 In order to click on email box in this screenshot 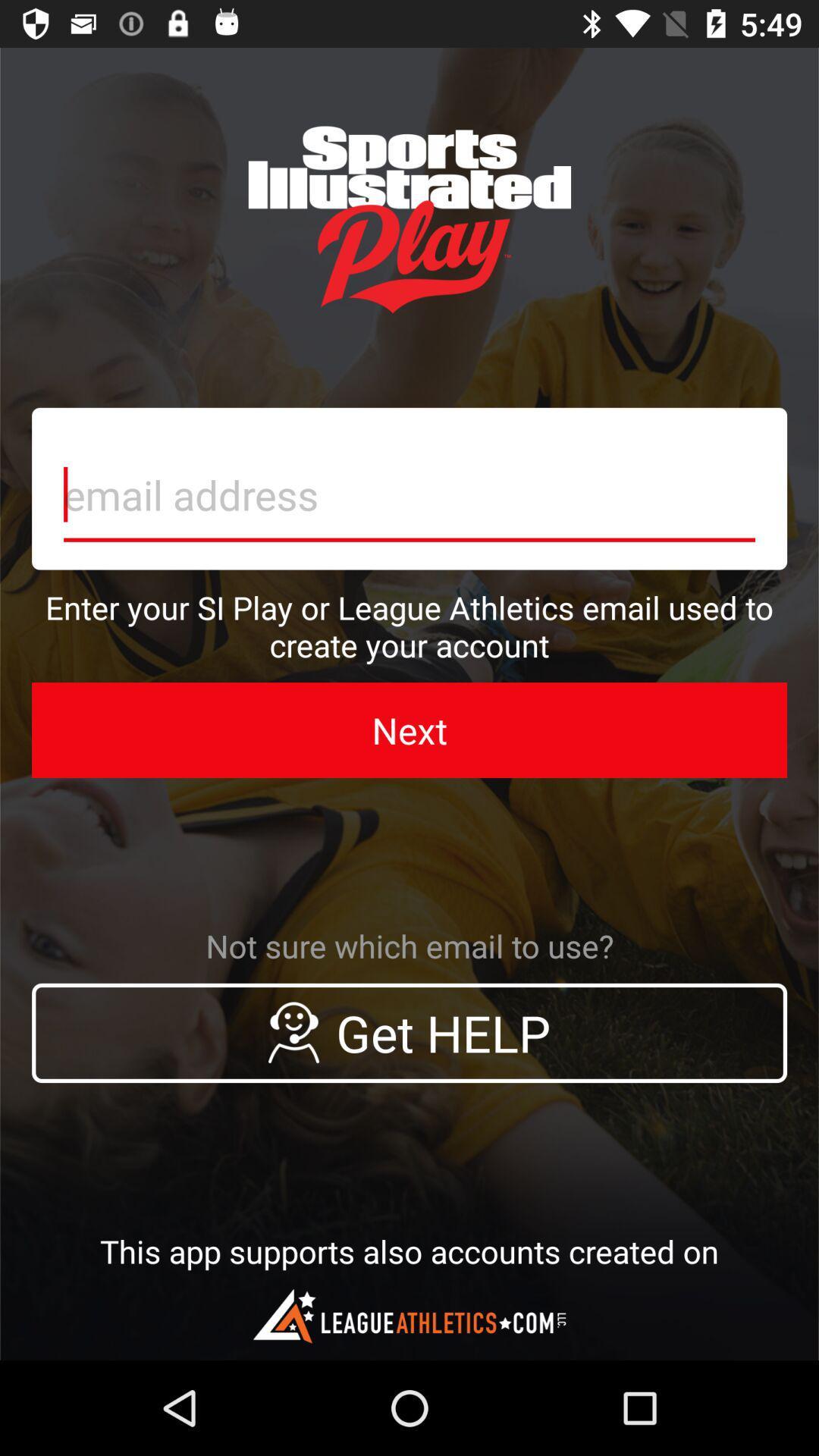, I will do `click(409, 488)`.